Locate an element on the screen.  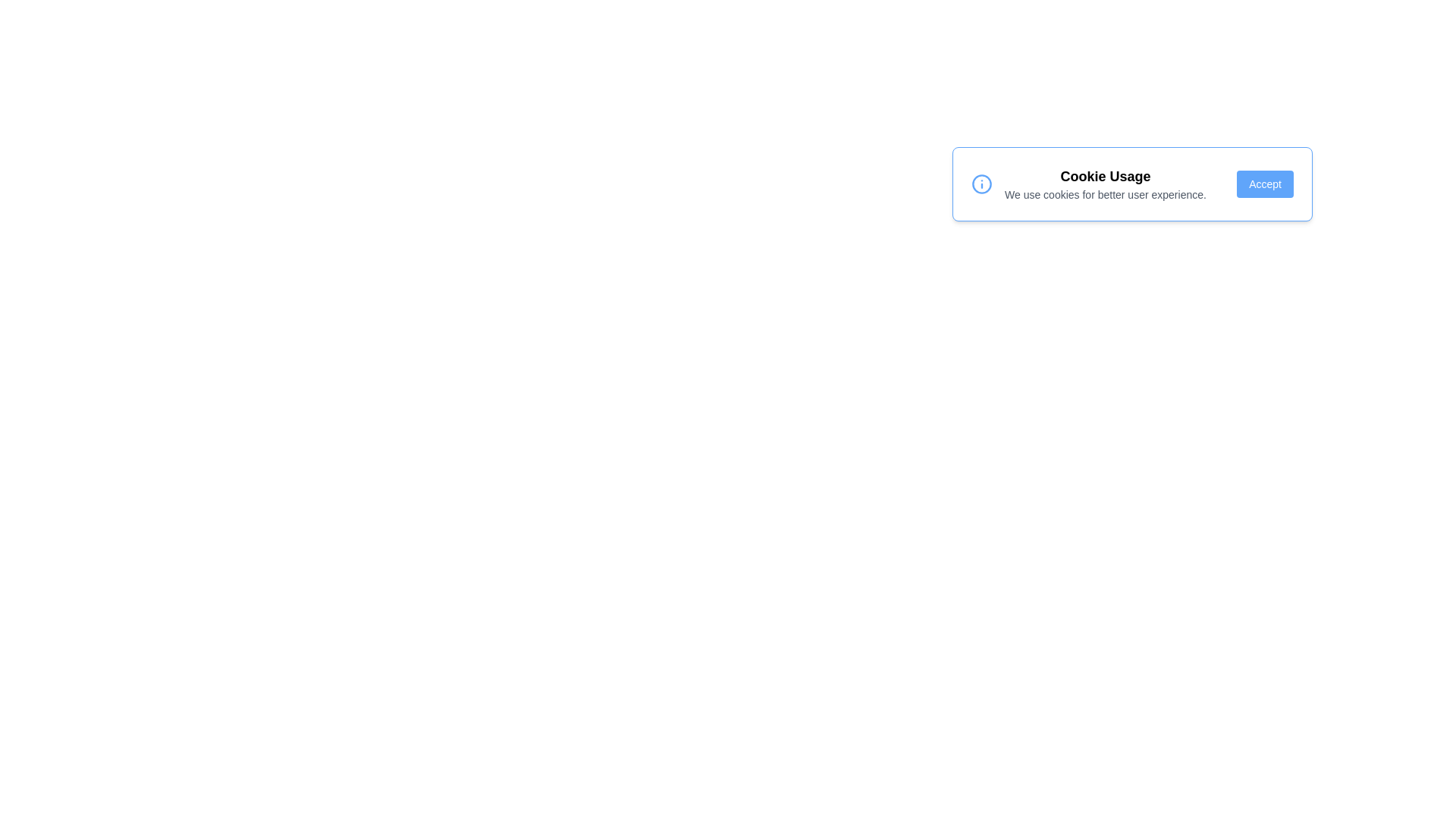
the informational icon located at the top-left corner of the notification box, adjacent to the 'Cookie Usage' header text is located at coordinates (982, 184).